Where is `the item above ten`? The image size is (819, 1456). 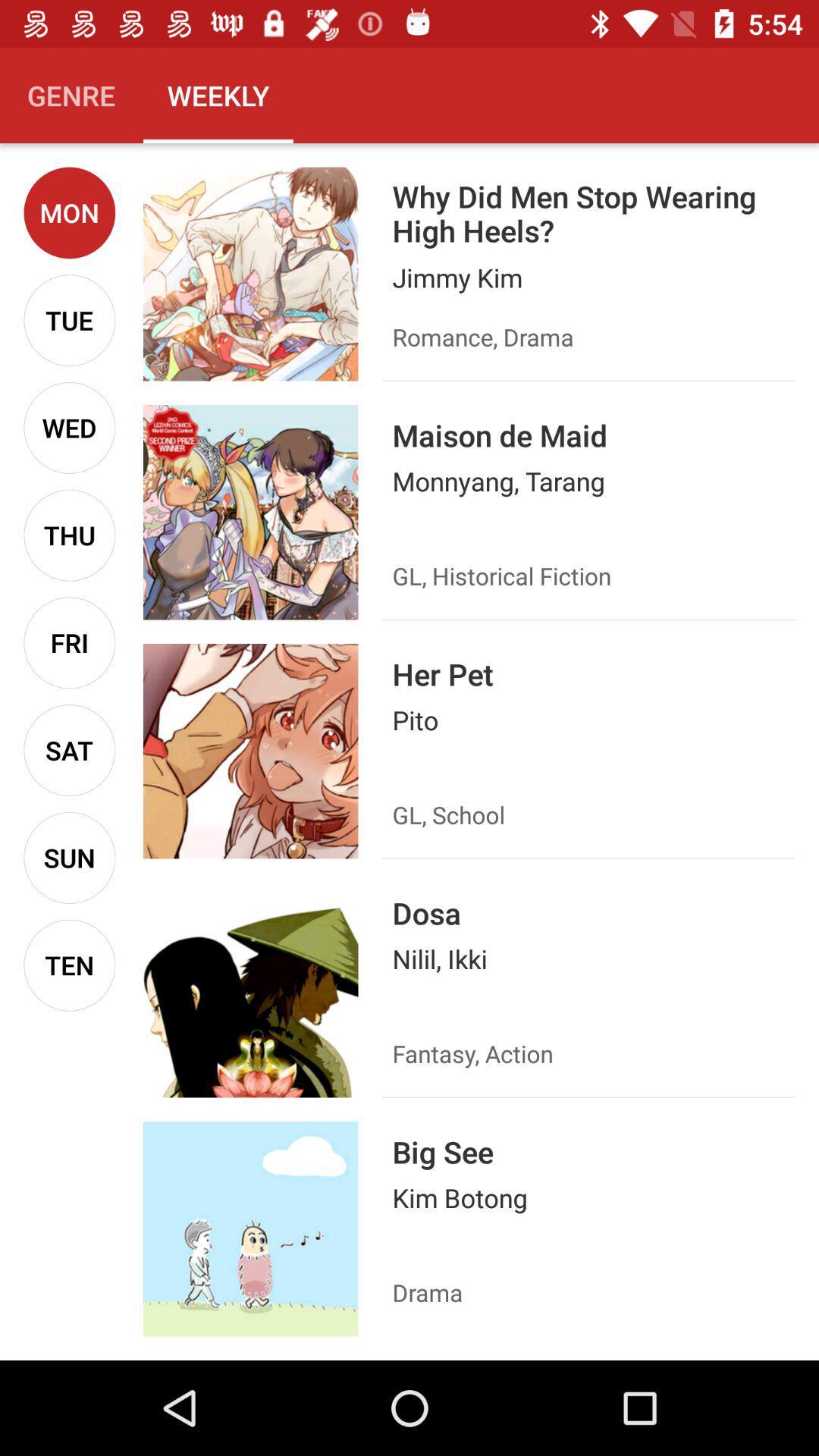
the item above ten is located at coordinates (69, 858).